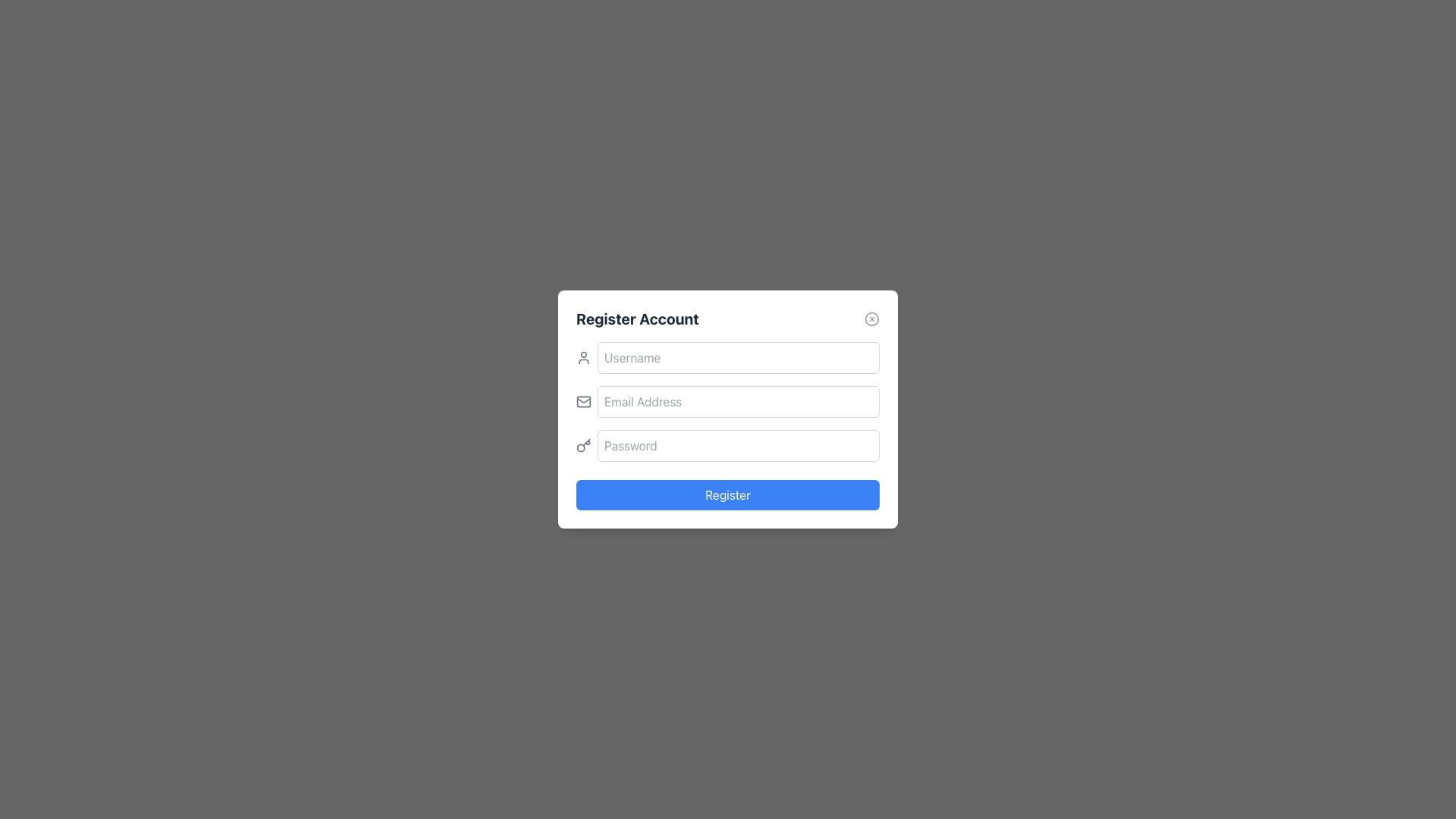  What do you see at coordinates (582, 400) in the screenshot?
I see `the background rectangle component of the envelope icon, which is styled with a muted, neutral color and located to the left of the 'Email Address' text input field` at bounding box center [582, 400].